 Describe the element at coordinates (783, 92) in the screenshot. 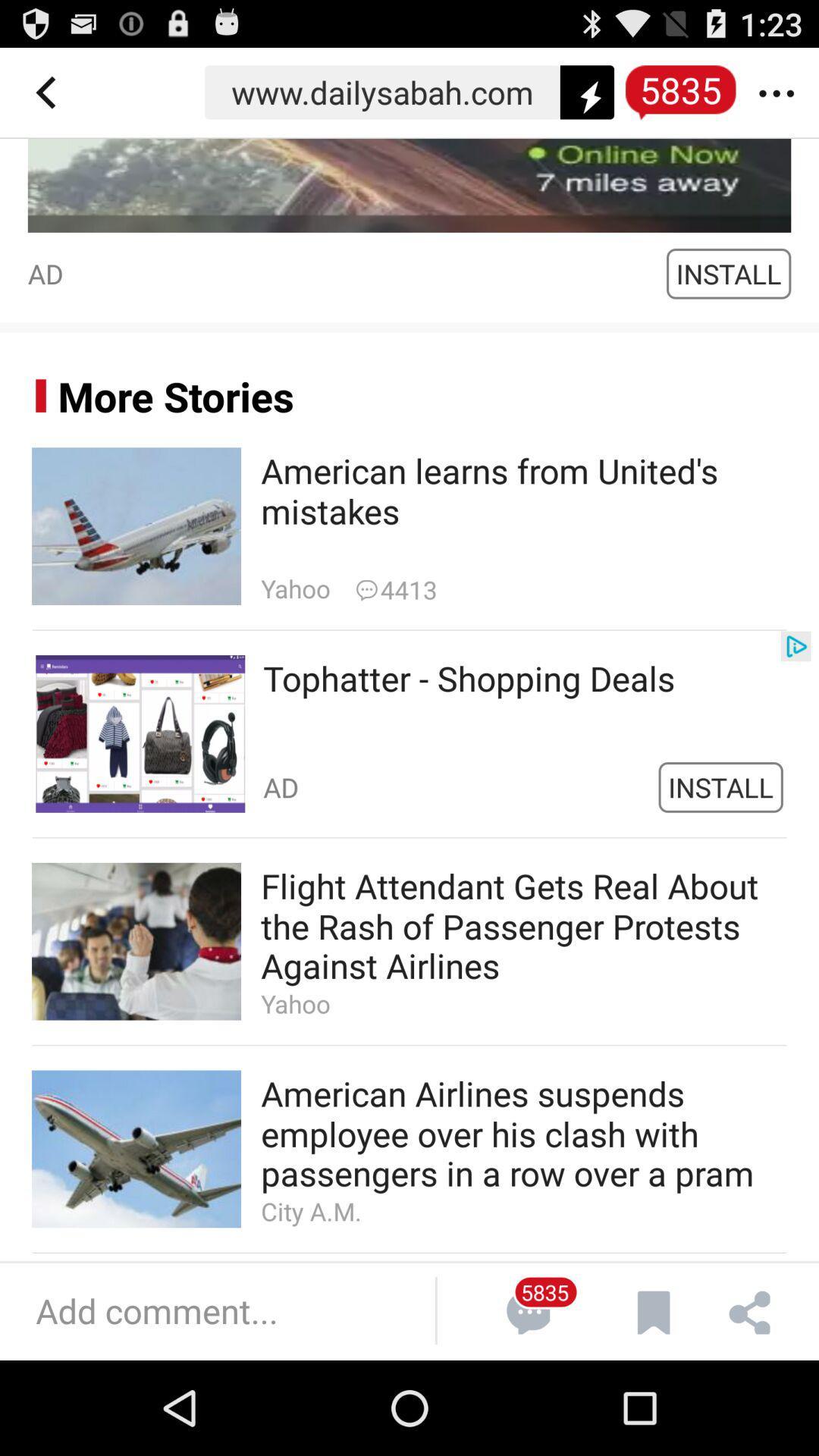

I see `more button at top right` at that location.